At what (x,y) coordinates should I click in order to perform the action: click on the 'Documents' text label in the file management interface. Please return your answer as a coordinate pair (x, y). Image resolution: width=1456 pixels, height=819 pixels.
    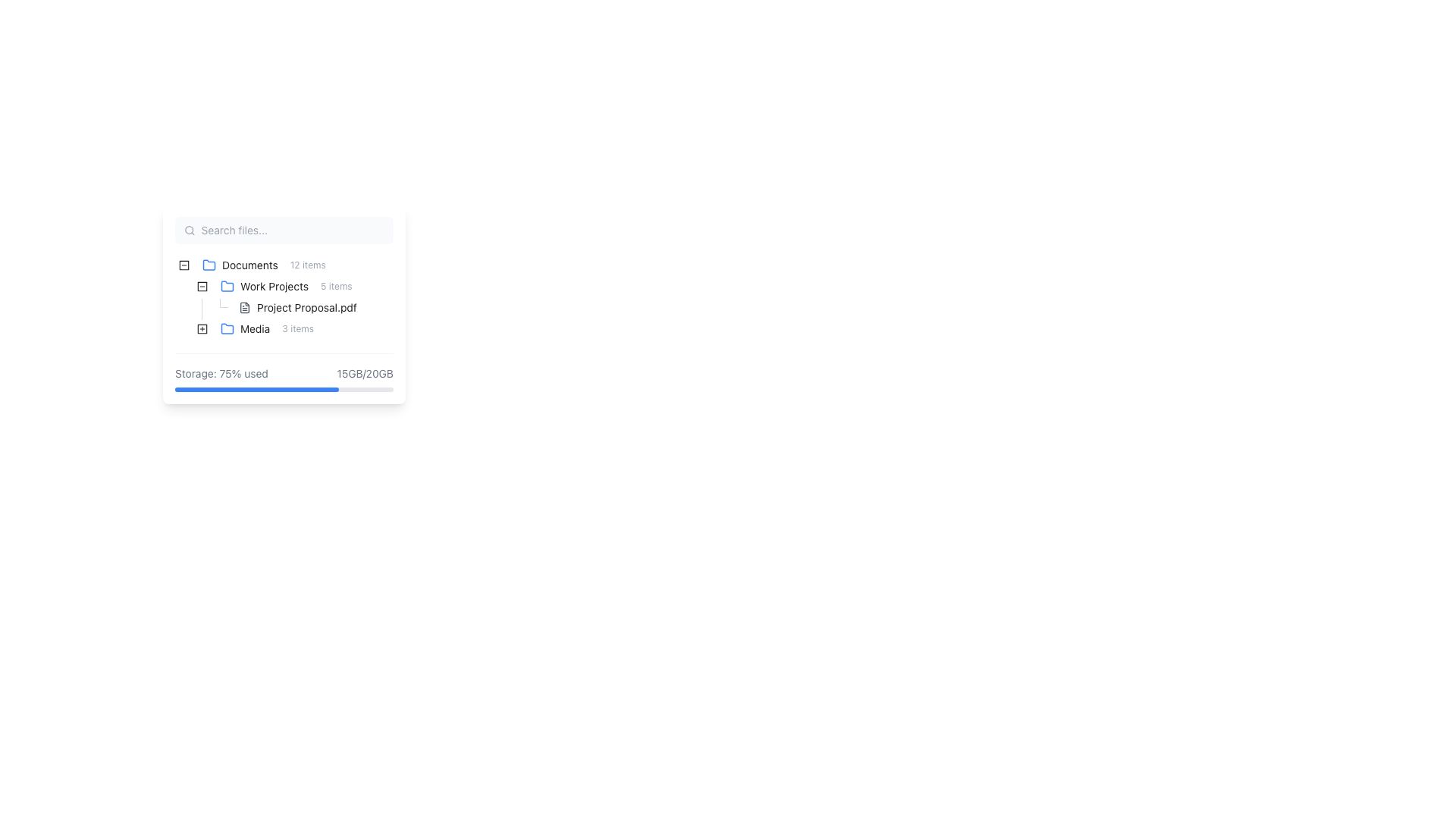
    Looking at the image, I should click on (249, 265).